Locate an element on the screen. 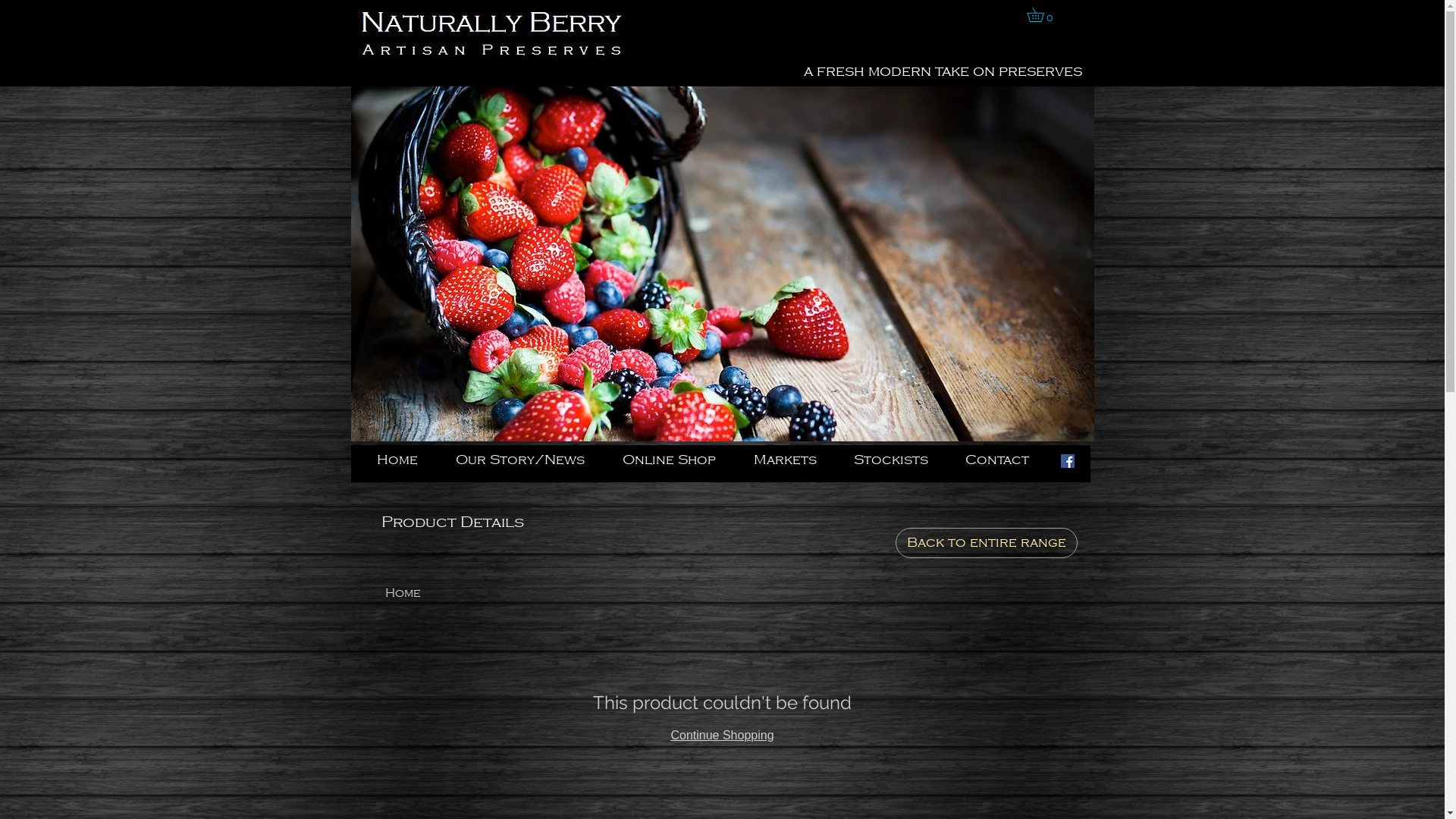 The height and width of the screenshot is (819, 1456). 'Contact' is located at coordinates (1004, 459).